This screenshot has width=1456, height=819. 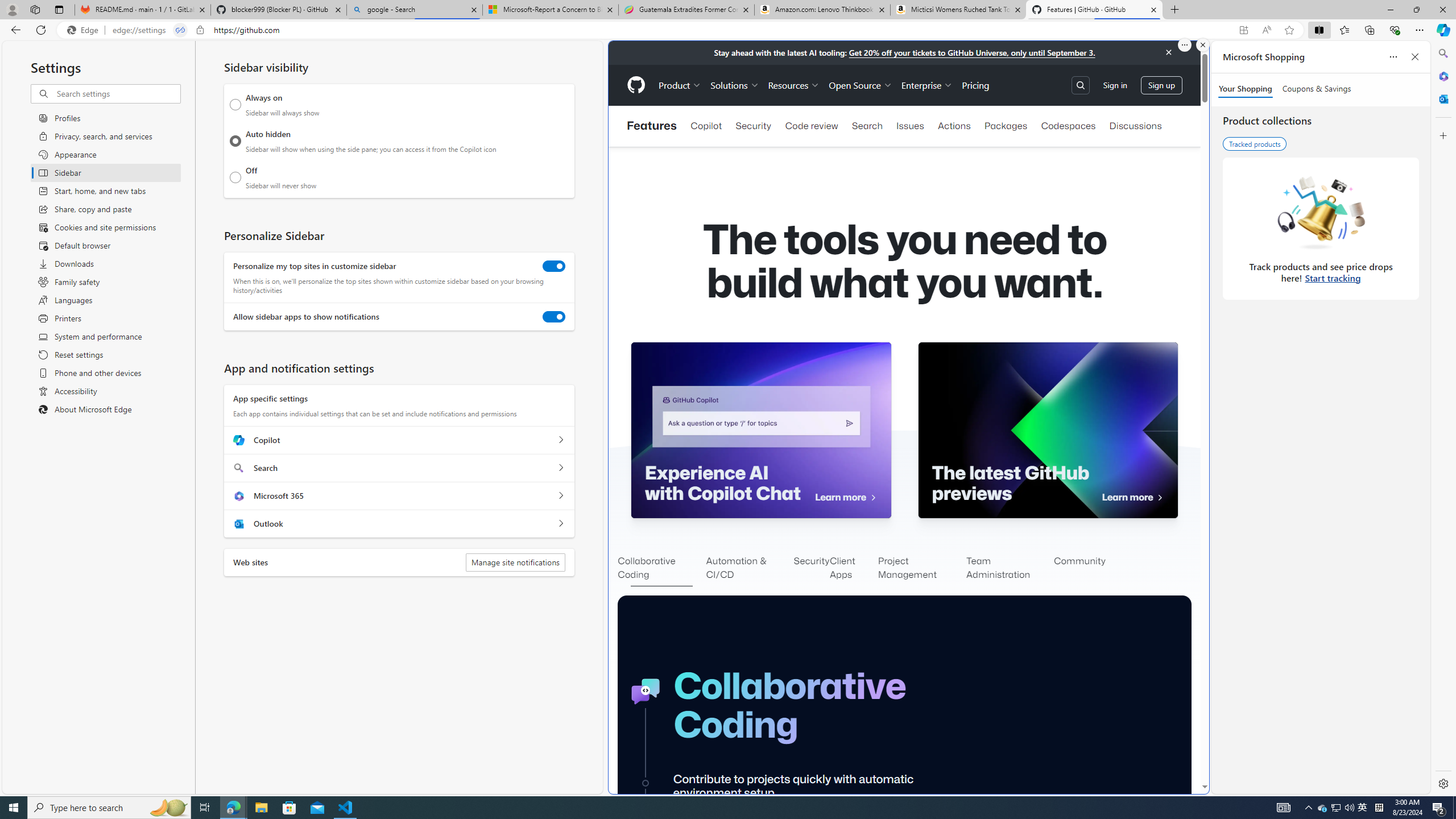 What do you see at coordinates (1159, 497) in the screenshot?
I see `'Class: octicon arrow-symbol-mktg octicon'` at bounding box center [1159, 497].